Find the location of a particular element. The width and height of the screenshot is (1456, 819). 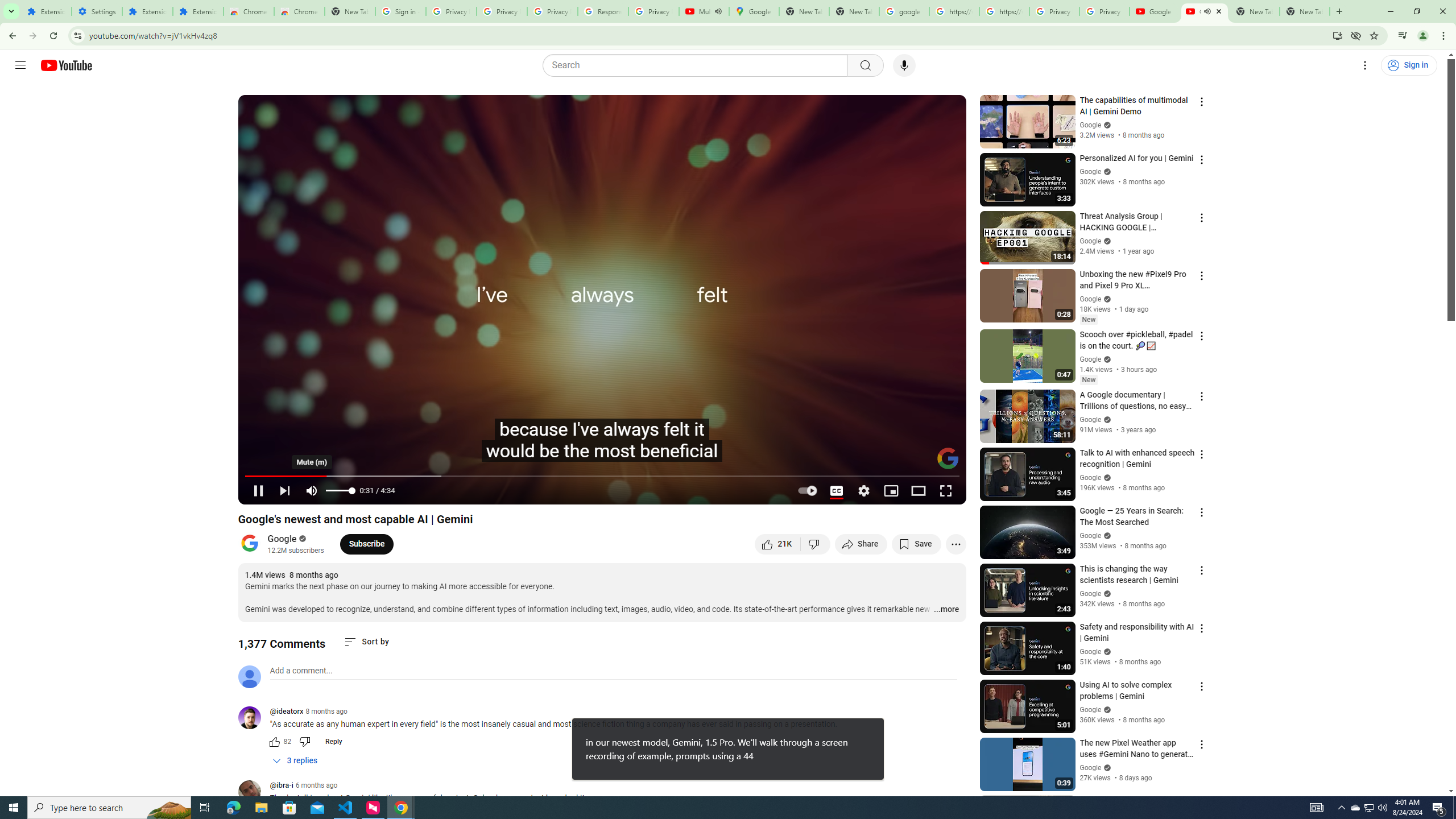

'@ideatorx' is located at coordinates (287, 712).